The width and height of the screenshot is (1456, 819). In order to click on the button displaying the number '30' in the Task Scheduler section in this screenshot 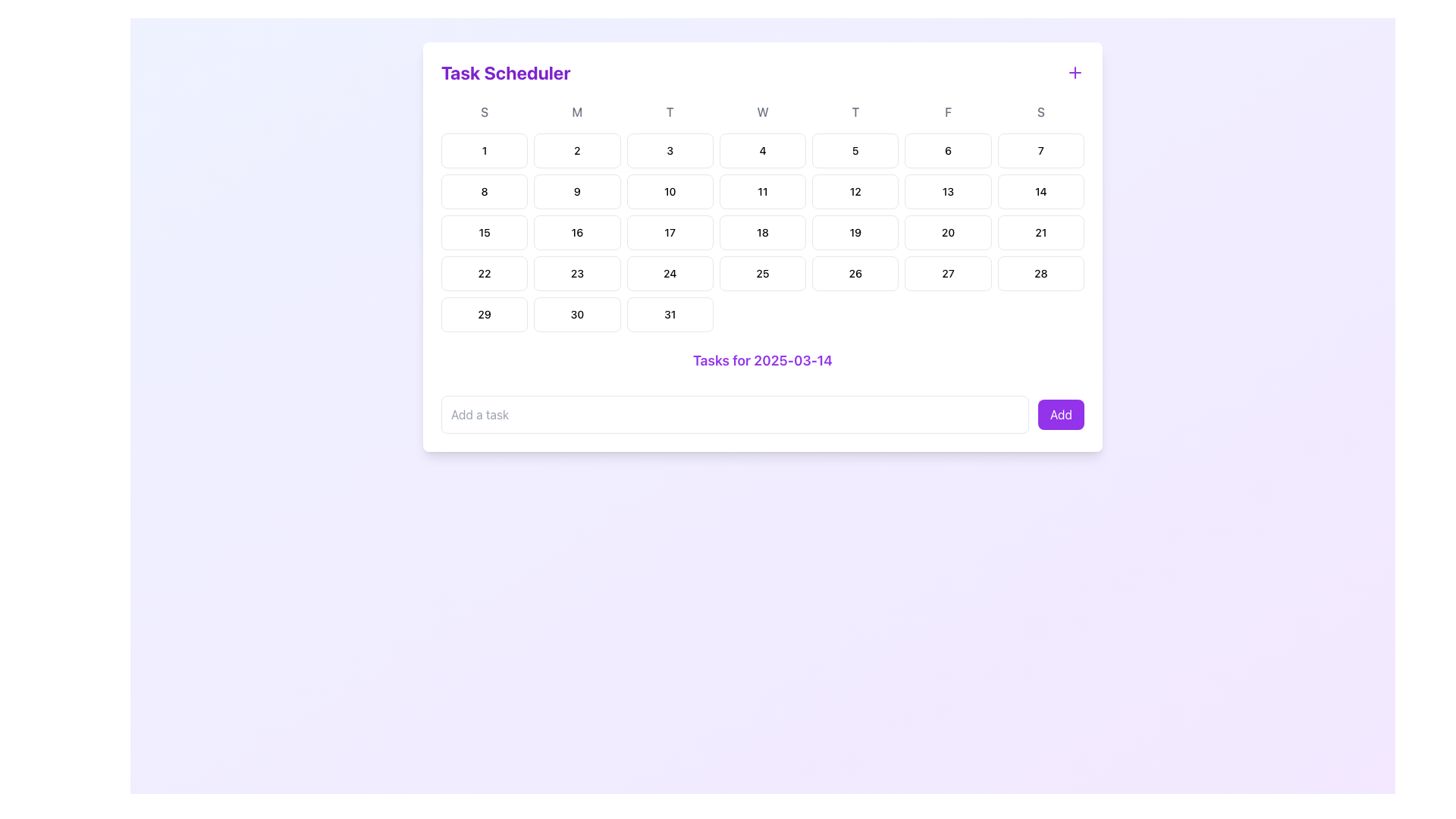, I will do `click(576, 314)`.